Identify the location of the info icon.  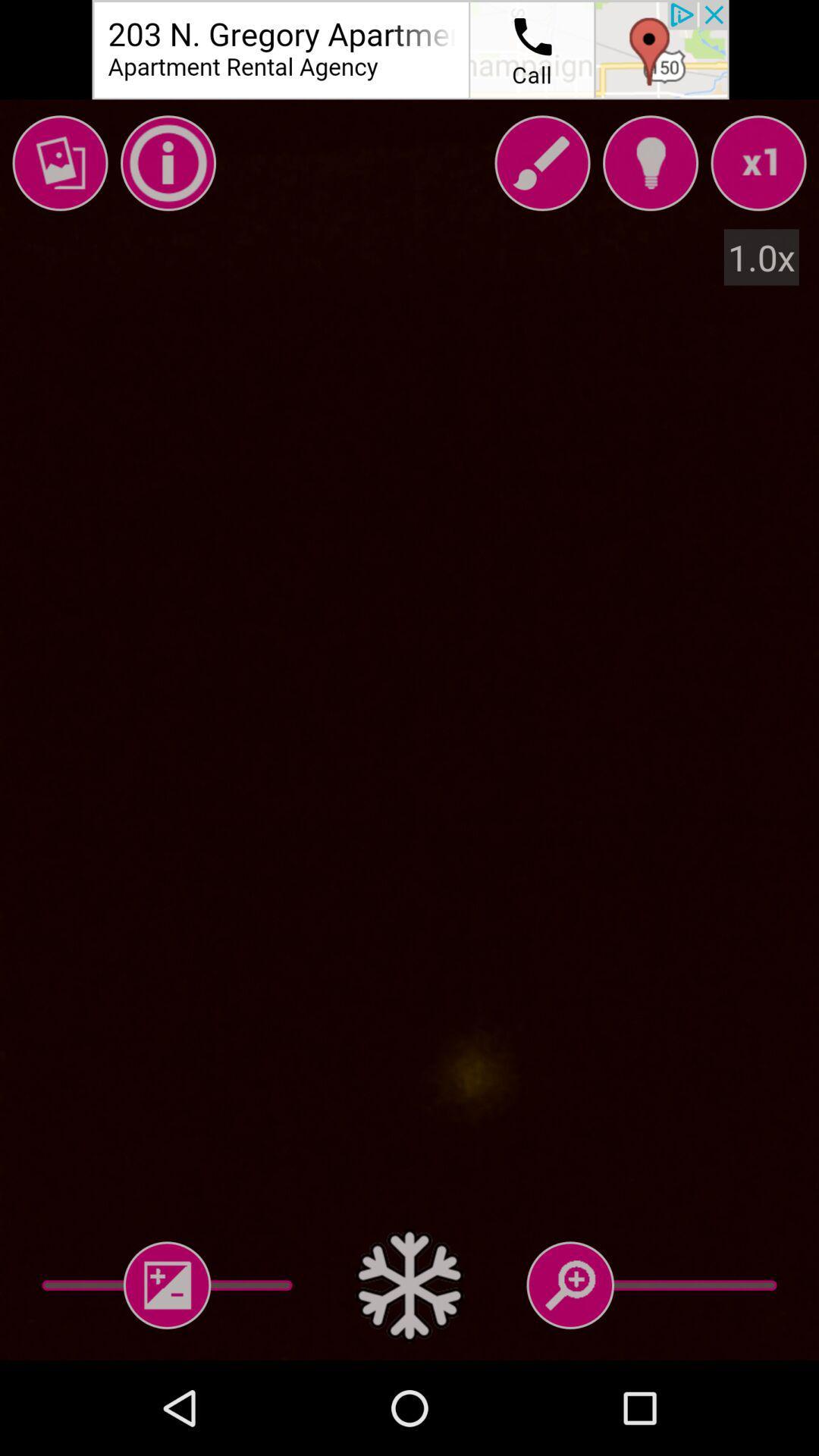
(168, 163).